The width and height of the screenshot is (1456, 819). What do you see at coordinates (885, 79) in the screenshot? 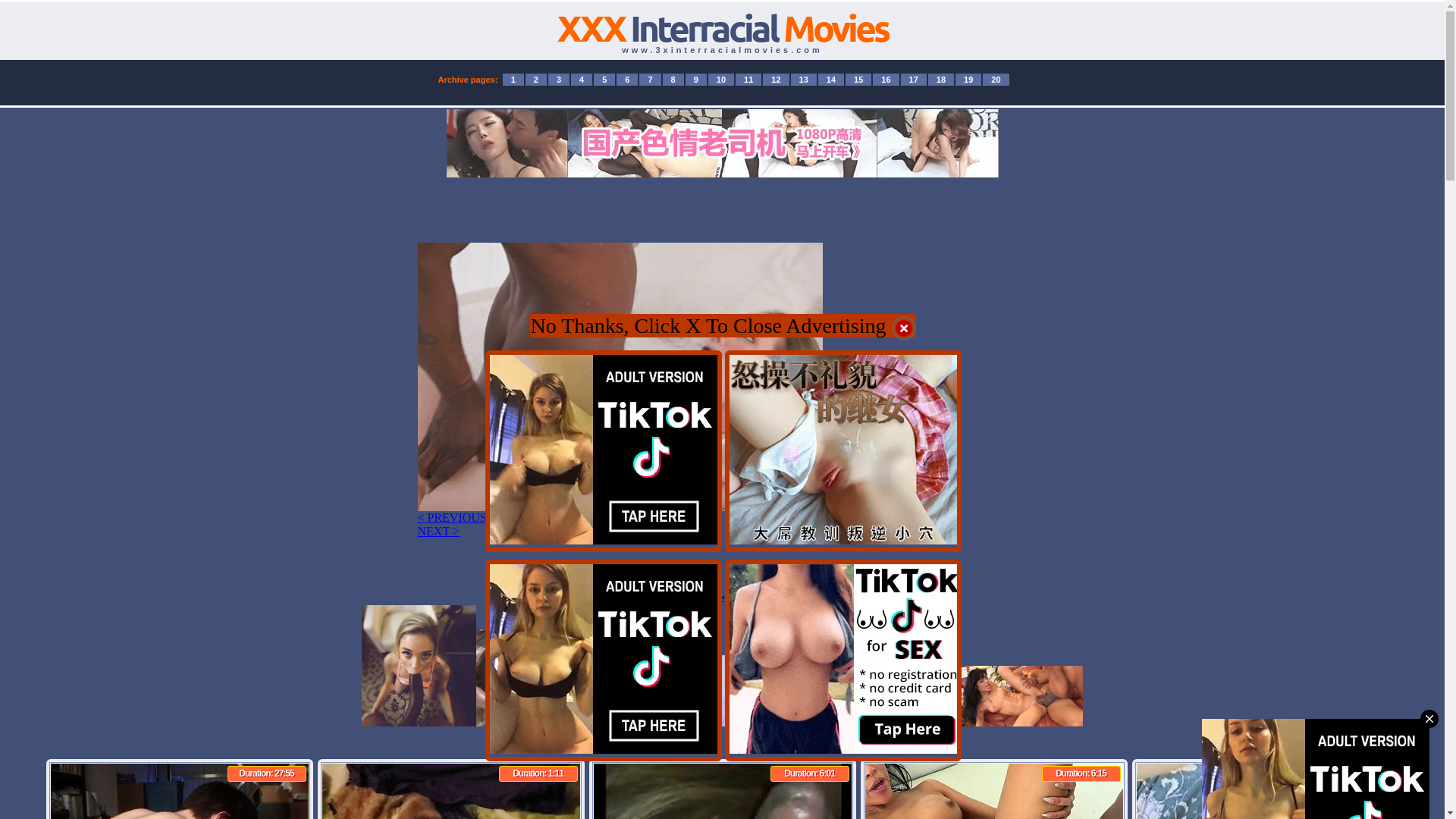
I see `'16'` at bounding box center [885, 79].